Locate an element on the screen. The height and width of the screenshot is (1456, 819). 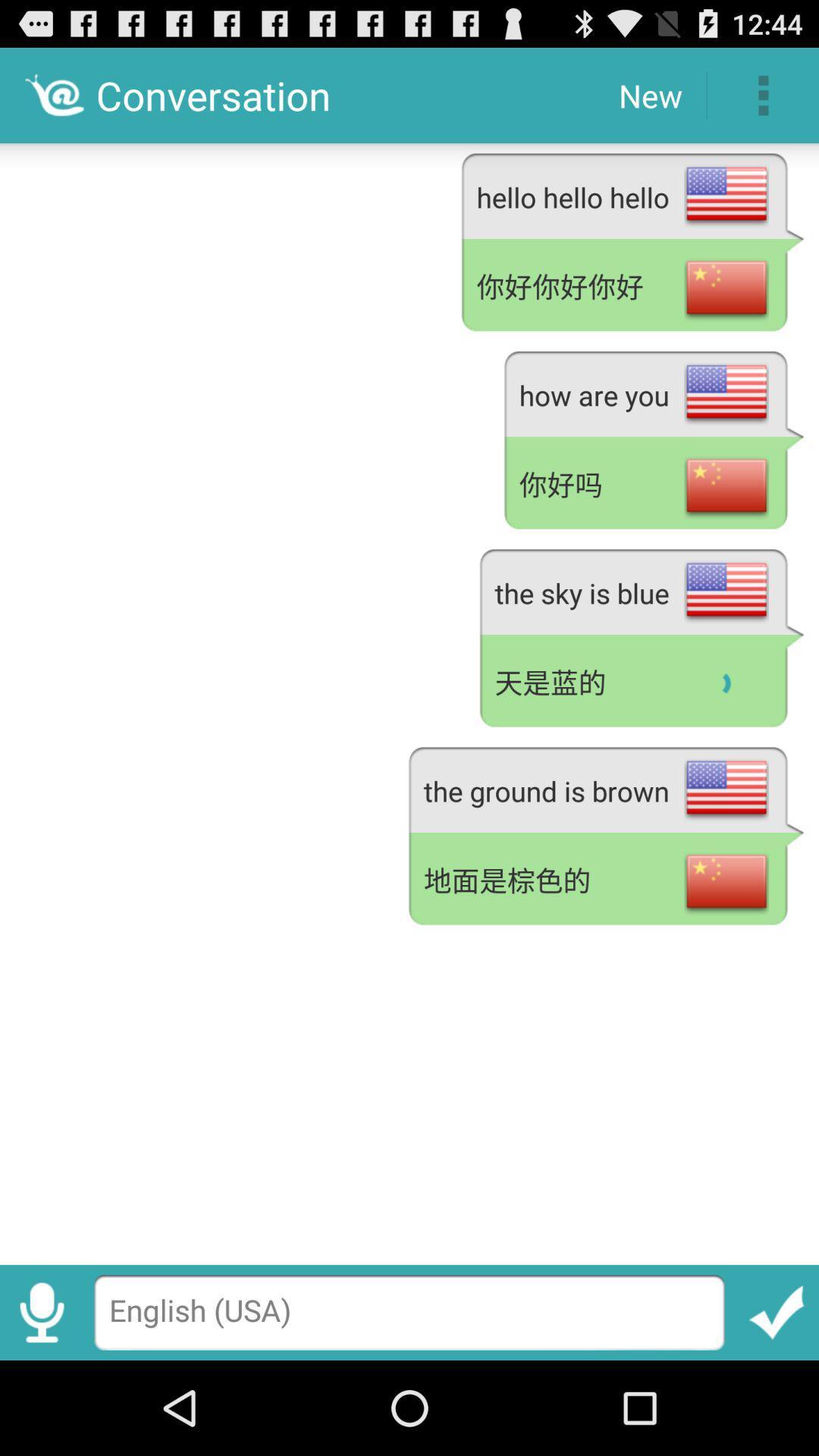
voice recording is located at coordinates (41, 1312).